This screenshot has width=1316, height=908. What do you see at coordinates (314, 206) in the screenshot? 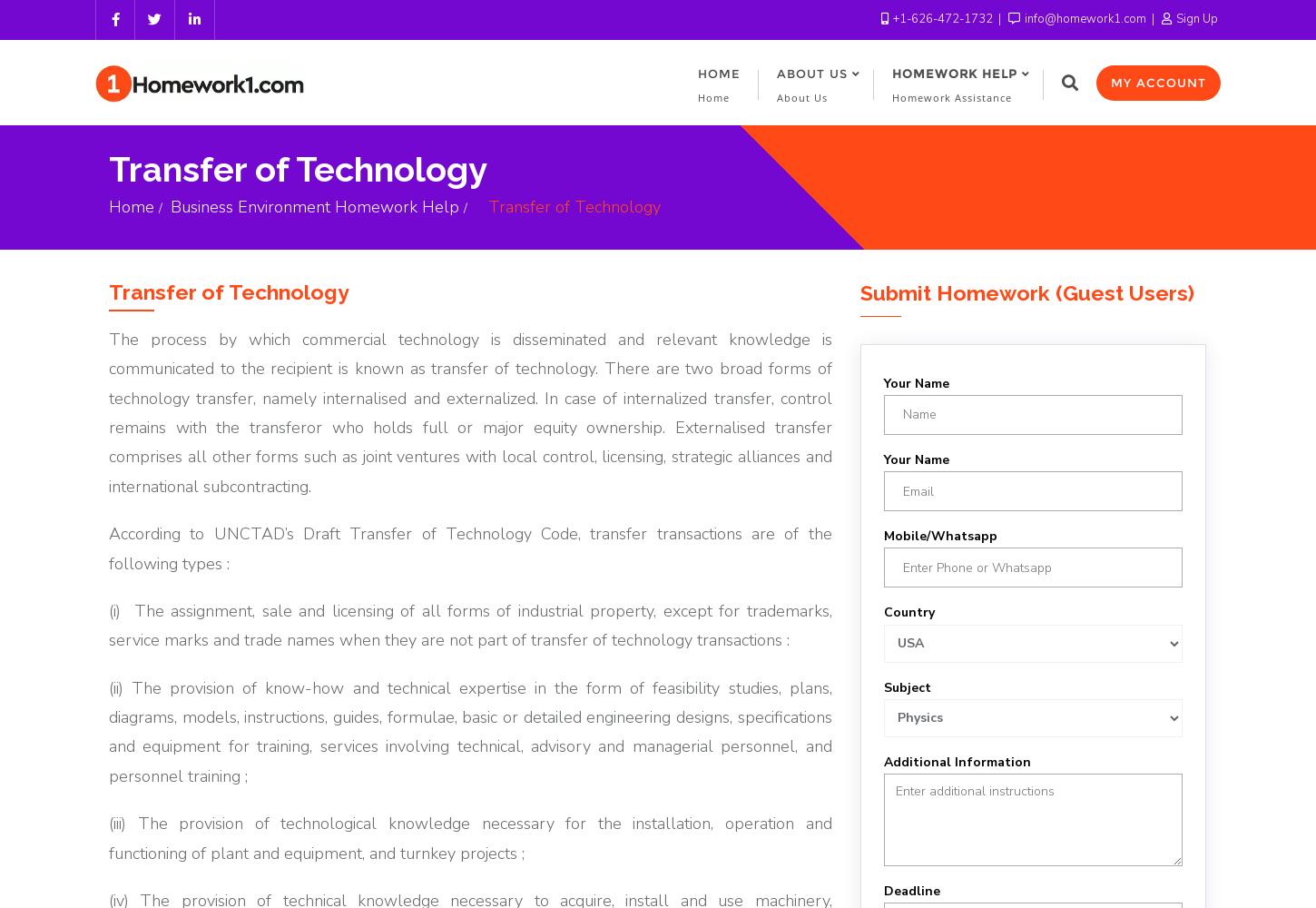
I see `'Business Environment Homework Help'` at bounding box center [314, 206].